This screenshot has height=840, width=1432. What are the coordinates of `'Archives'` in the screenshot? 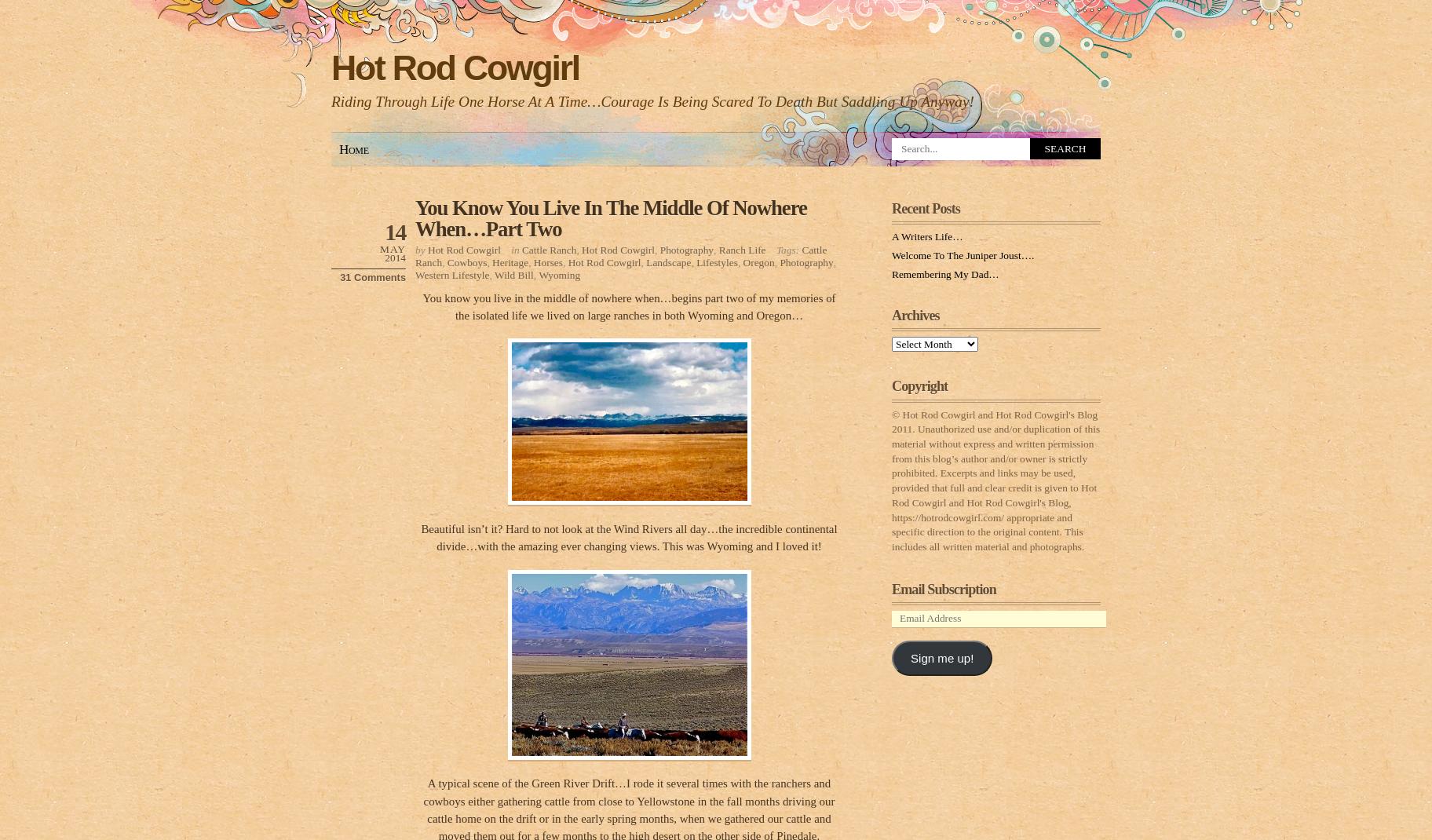 It's located at (915, 314).